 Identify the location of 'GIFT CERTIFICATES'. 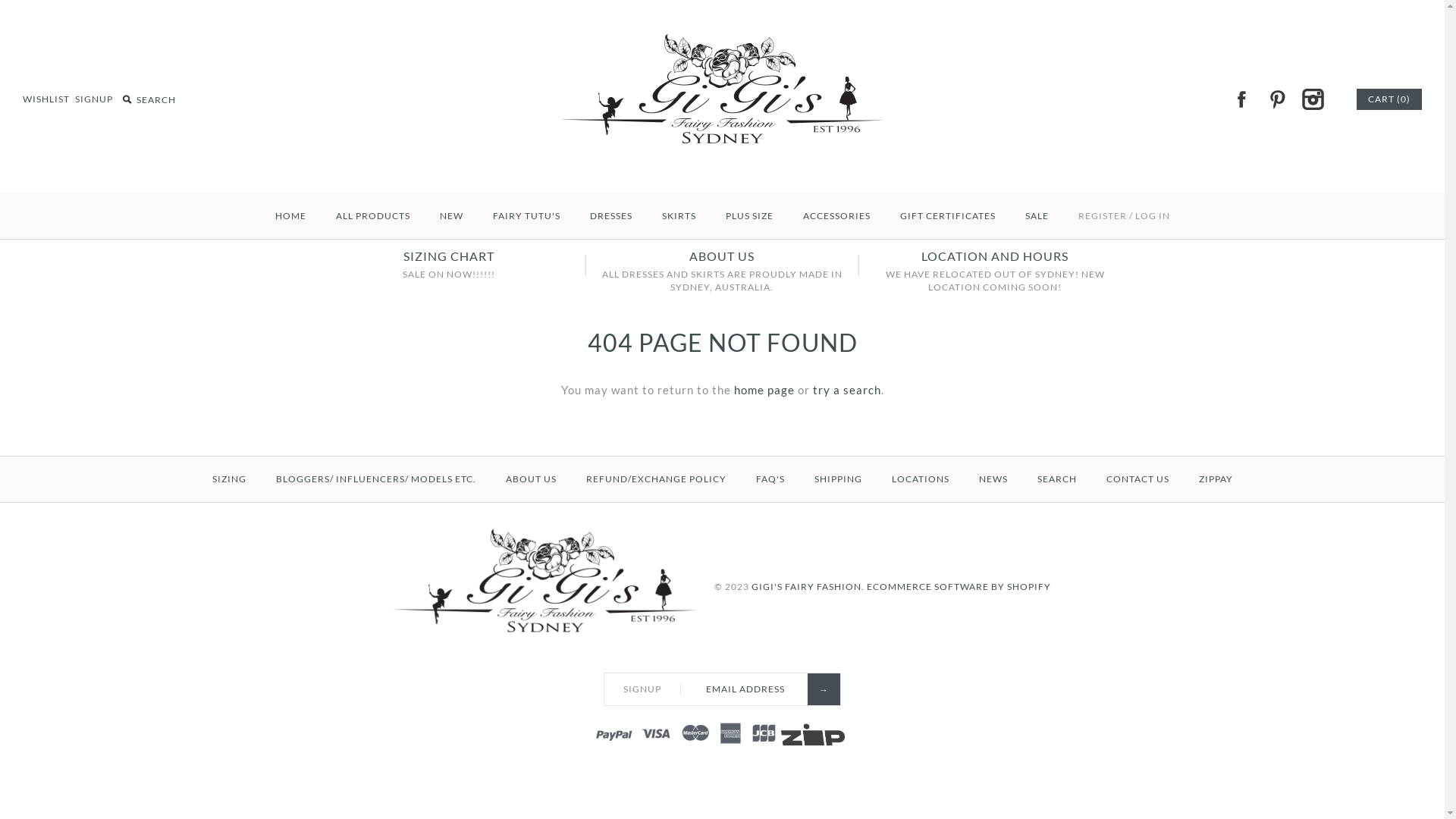
(946, 216).